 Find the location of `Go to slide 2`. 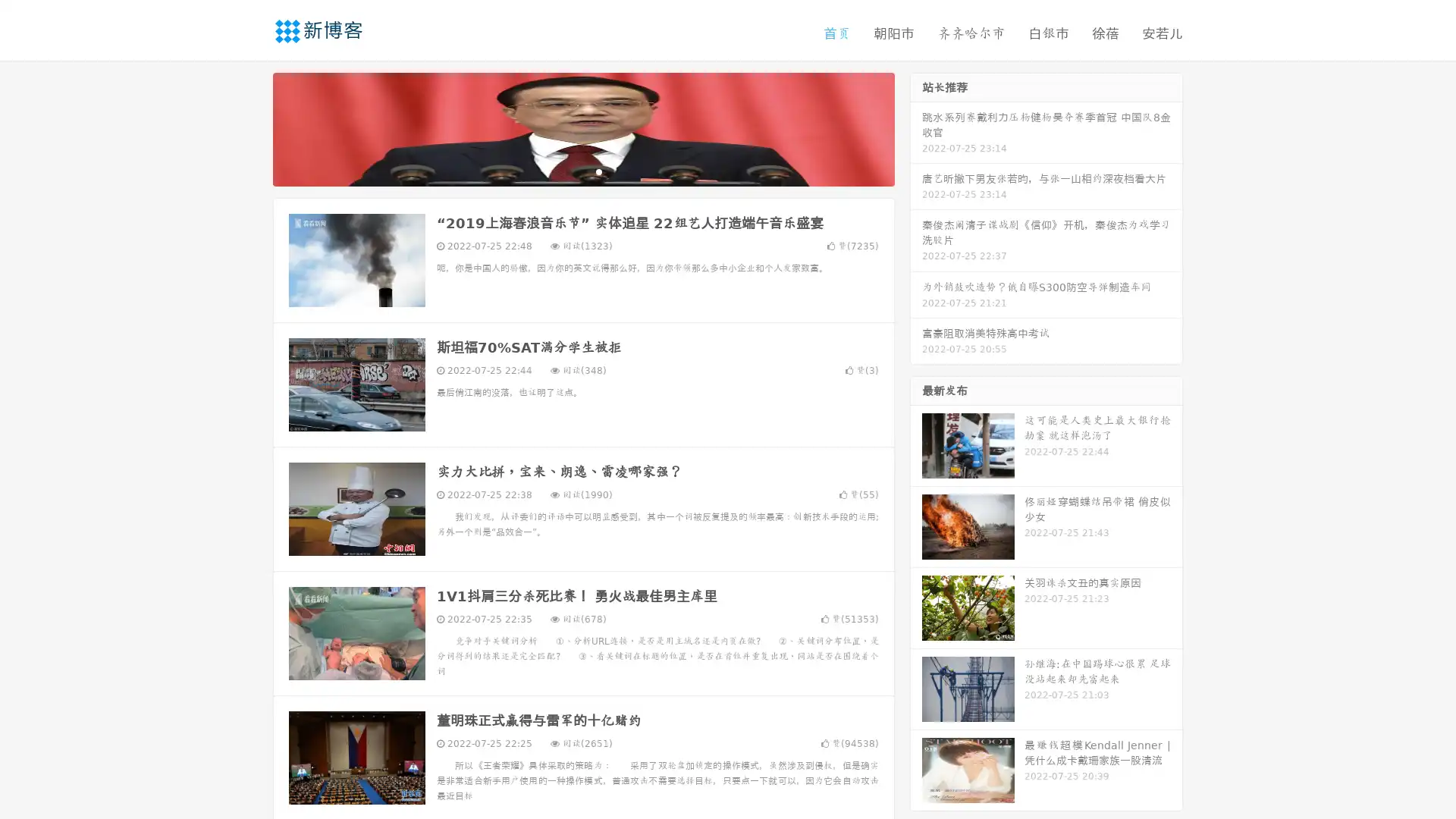

Go to slide 2 is located at coordinates (582, 171).